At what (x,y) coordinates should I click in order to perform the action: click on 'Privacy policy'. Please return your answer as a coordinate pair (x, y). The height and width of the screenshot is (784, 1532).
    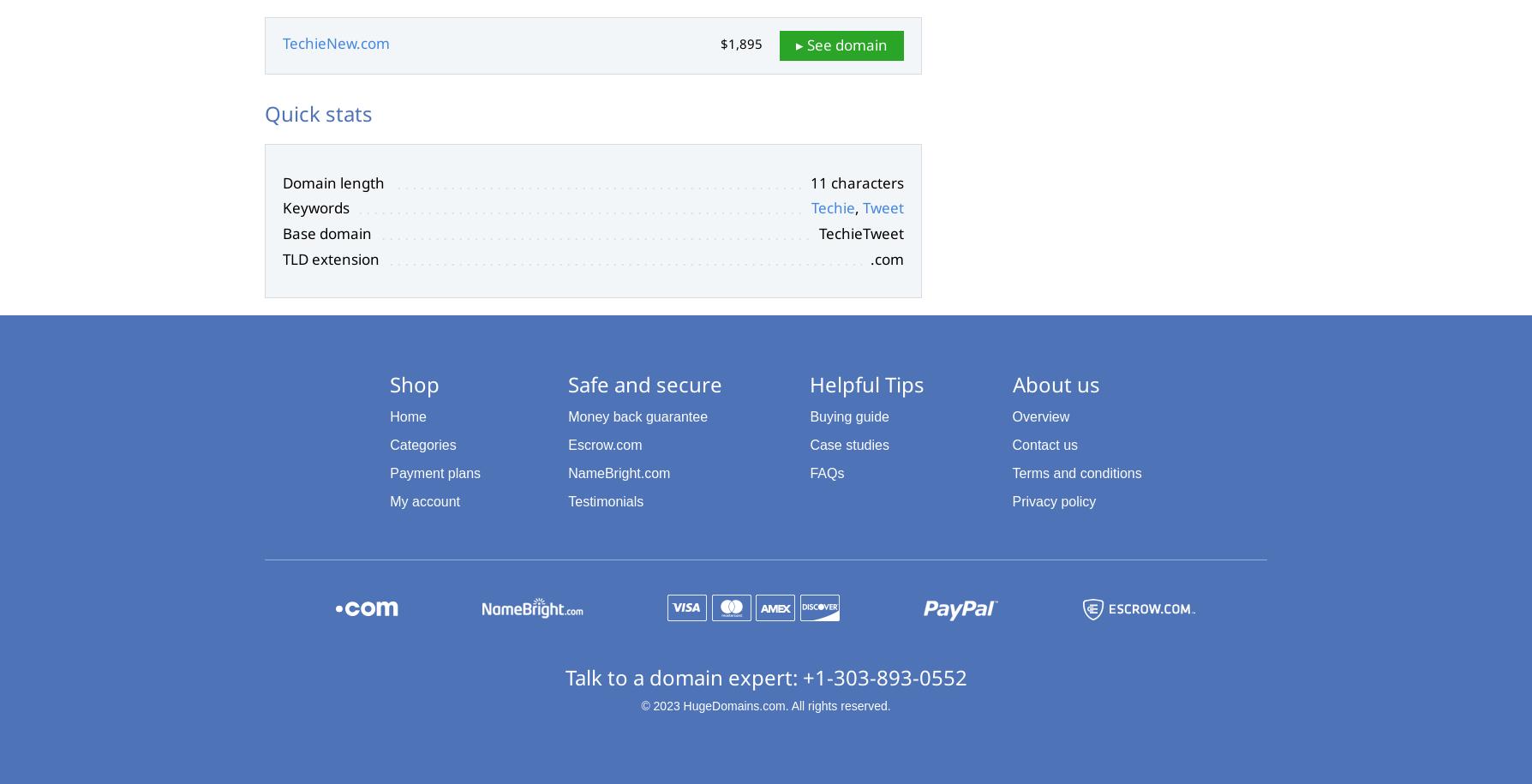
    Looking at the image, I should click on (1052, 500).